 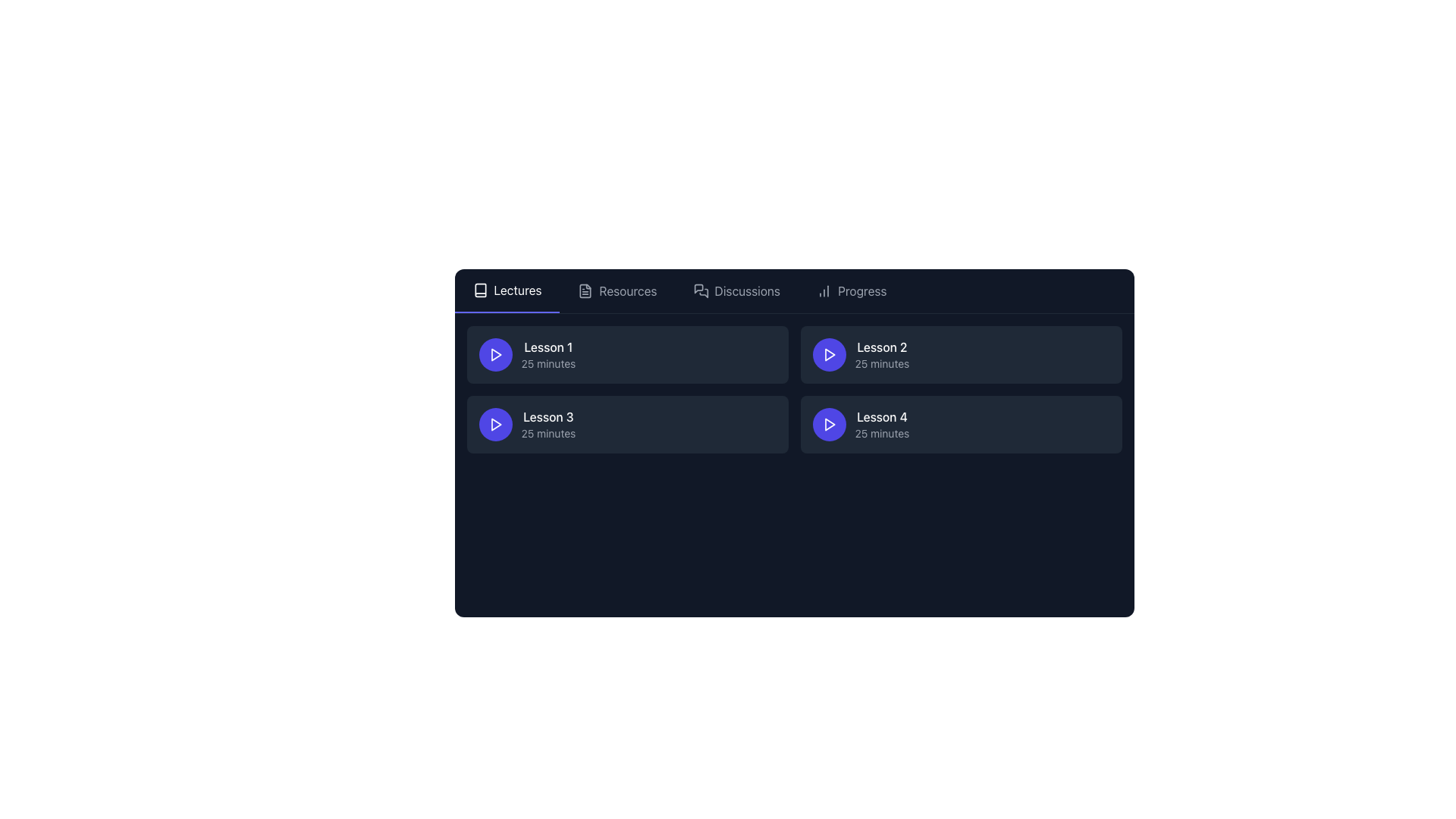 What do you see at coordinates (495, 424) in the screenshot?
I see `the play button for 'Lesson 3' located in the second row of the lessons grid` at bounding box center [495, 424].